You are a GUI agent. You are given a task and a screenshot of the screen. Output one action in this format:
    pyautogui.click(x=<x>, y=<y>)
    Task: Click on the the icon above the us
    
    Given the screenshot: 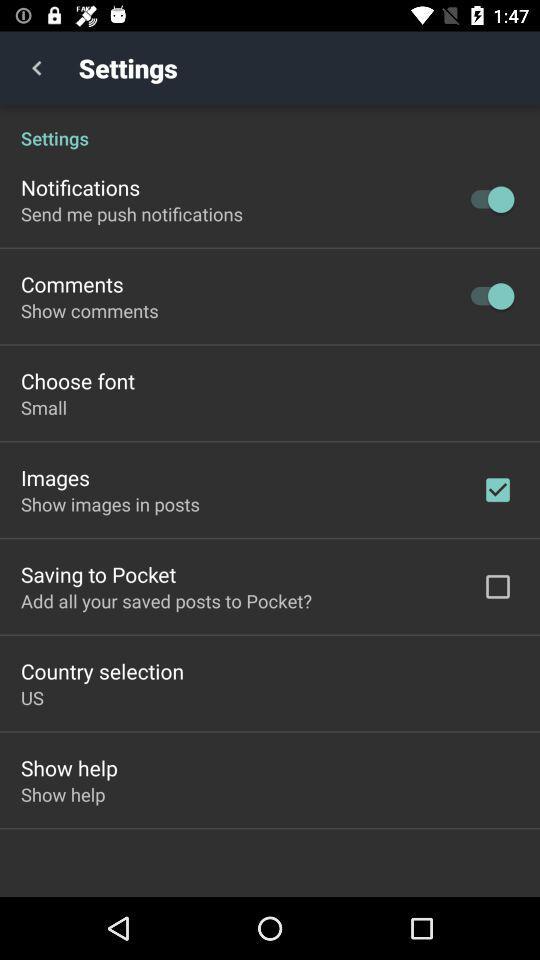 What is the action you would take?
    pyautogui.click(x=102, y=671)
    